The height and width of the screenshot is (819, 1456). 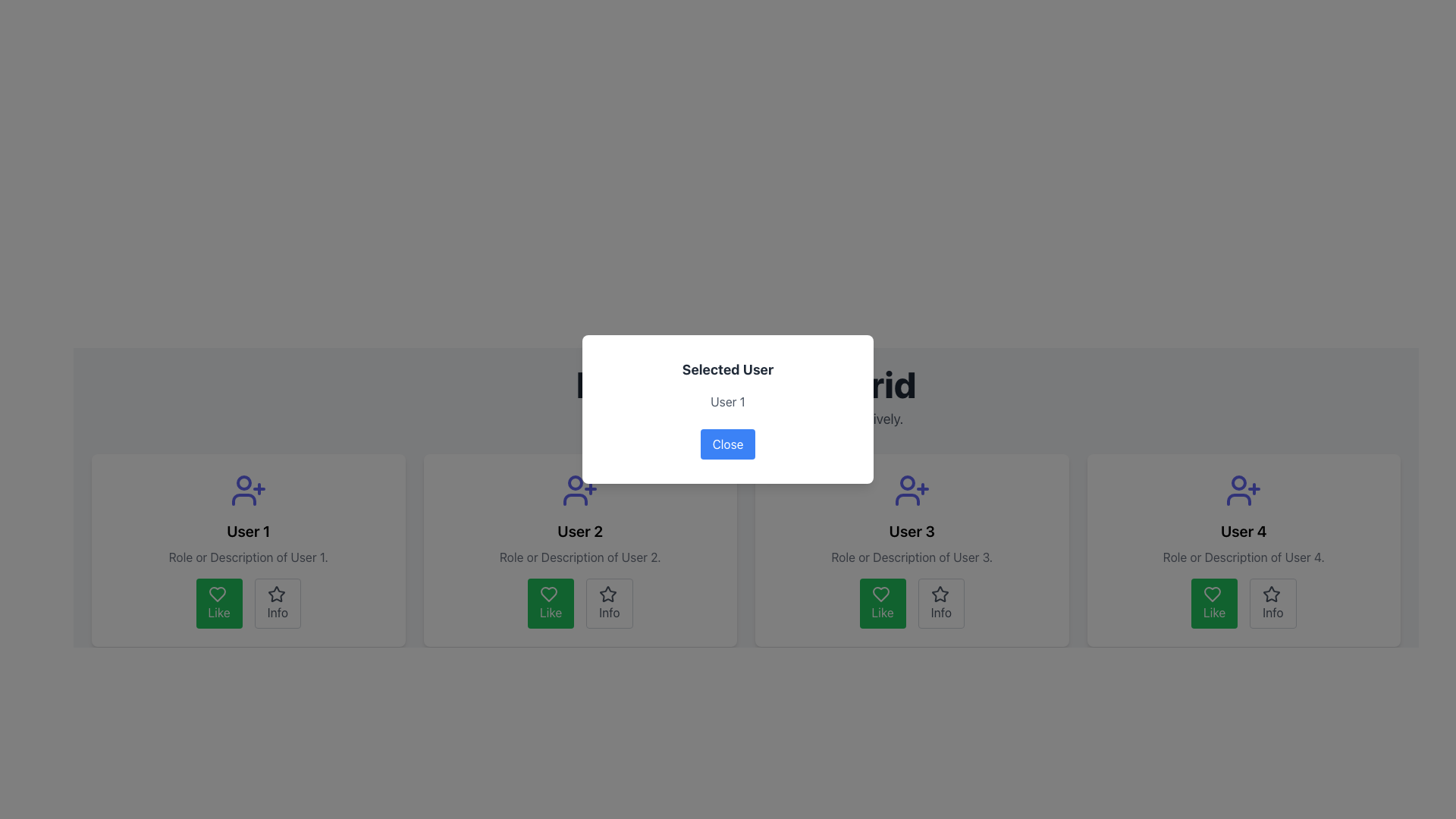 I want to click on the text label that reads 'Role or Description of User 4' located in the fourth user card, positioned below 'User 4' and above the 'Like' and 'Info' buttons, so click(x=1244, y=557).